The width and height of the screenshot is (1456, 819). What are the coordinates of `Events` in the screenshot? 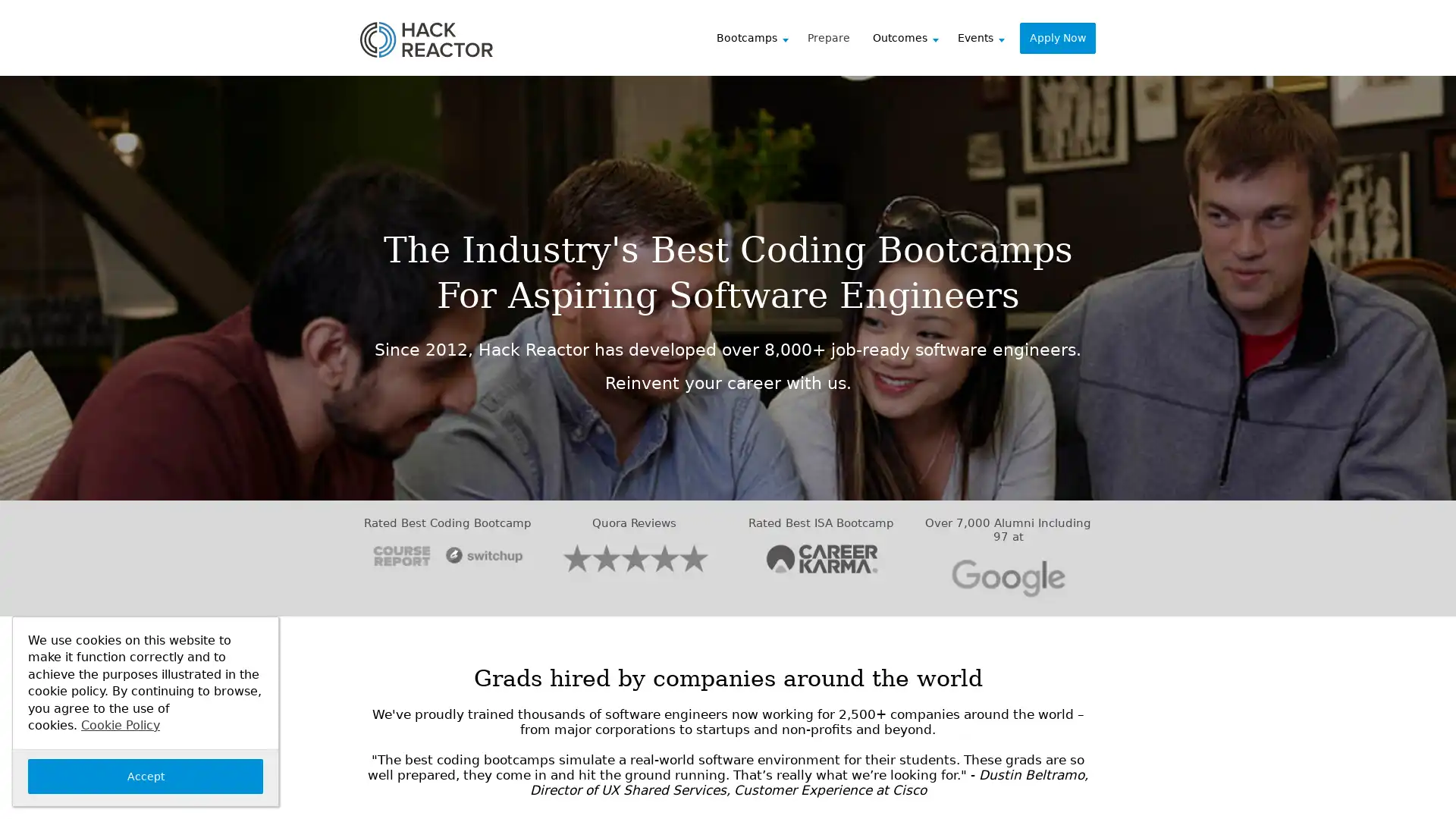 It's located at (987, 37).